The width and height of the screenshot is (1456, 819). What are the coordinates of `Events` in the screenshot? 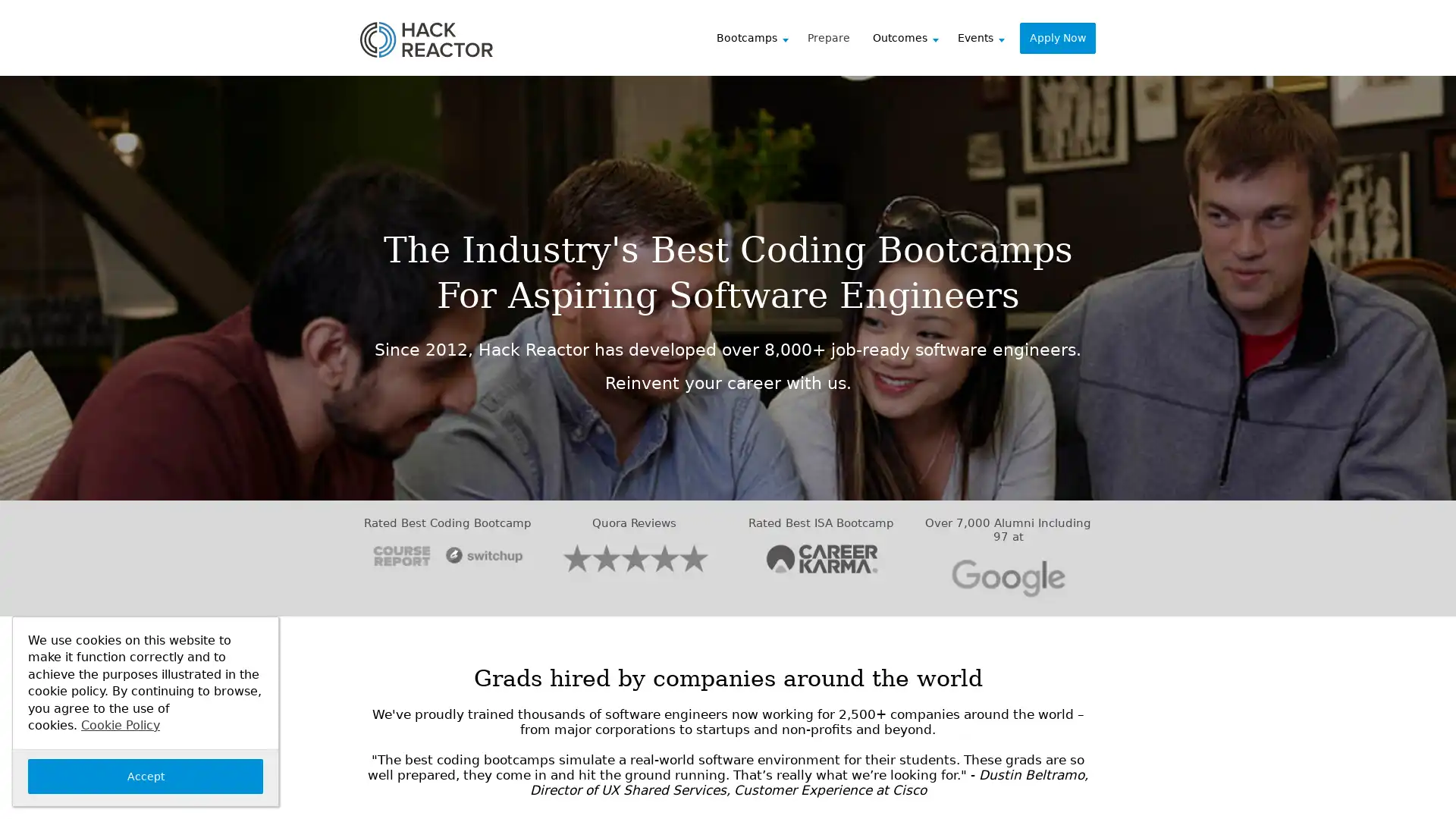 It's located at (987, 37).